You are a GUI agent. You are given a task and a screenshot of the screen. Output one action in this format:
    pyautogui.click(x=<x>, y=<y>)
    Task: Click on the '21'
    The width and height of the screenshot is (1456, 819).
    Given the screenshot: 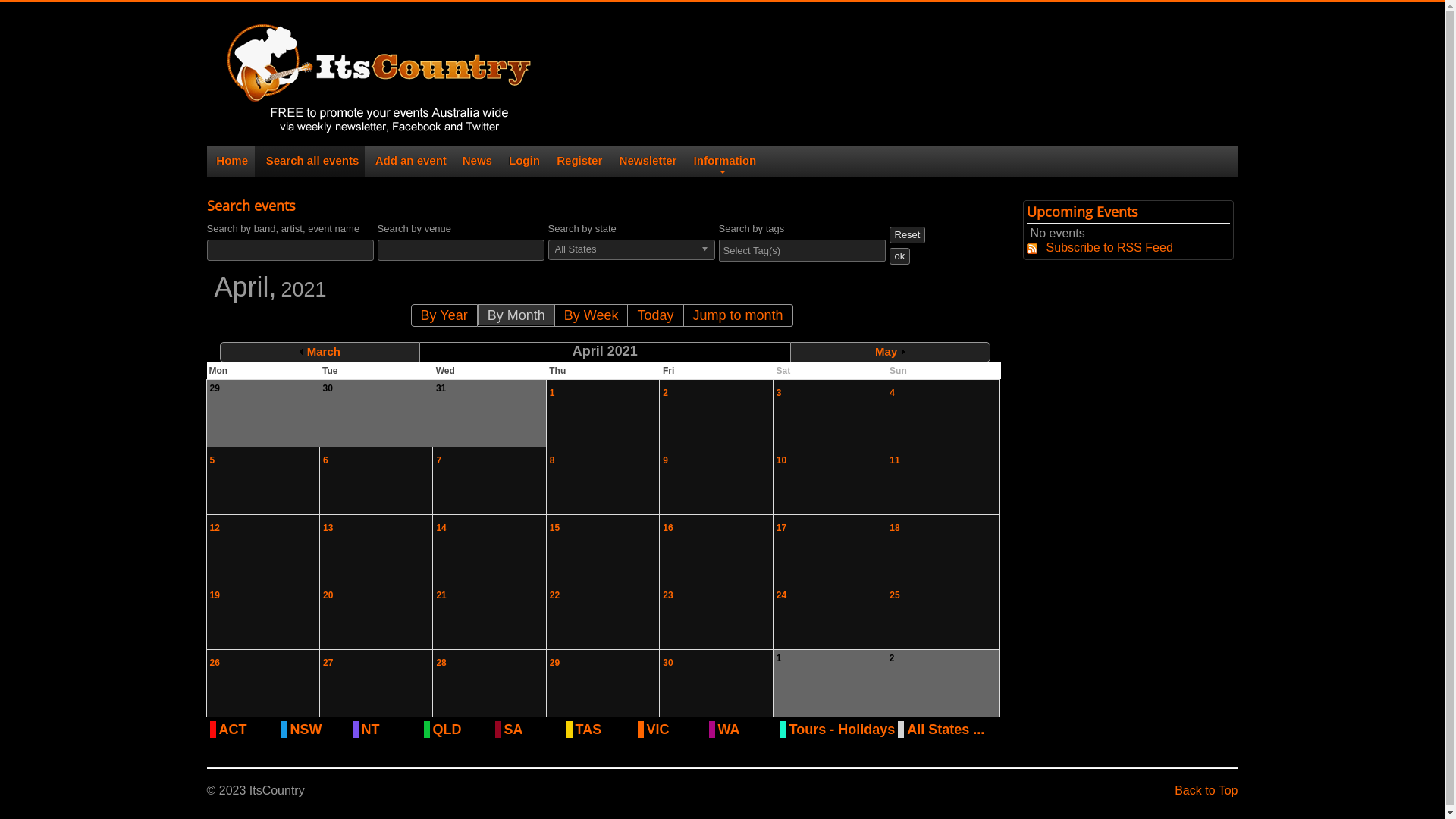 What is the action you would take?
    pyautogui.click(x=440, y=595)
    